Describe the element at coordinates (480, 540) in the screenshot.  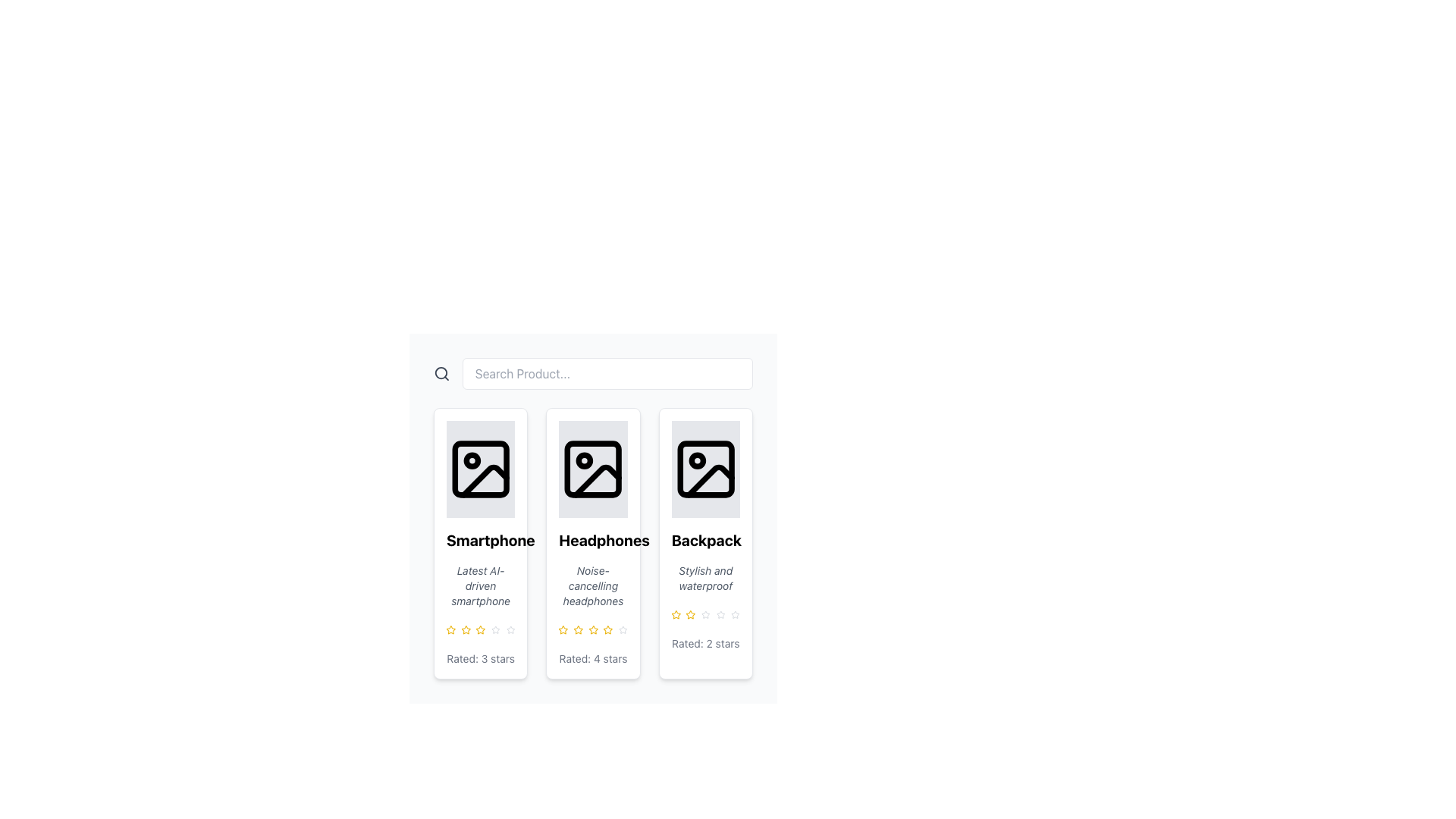
I see `the 'Smartphone' text label to interact with the product card, which is styled in a bold and large font, centrally aligned within its card layout` at that location.